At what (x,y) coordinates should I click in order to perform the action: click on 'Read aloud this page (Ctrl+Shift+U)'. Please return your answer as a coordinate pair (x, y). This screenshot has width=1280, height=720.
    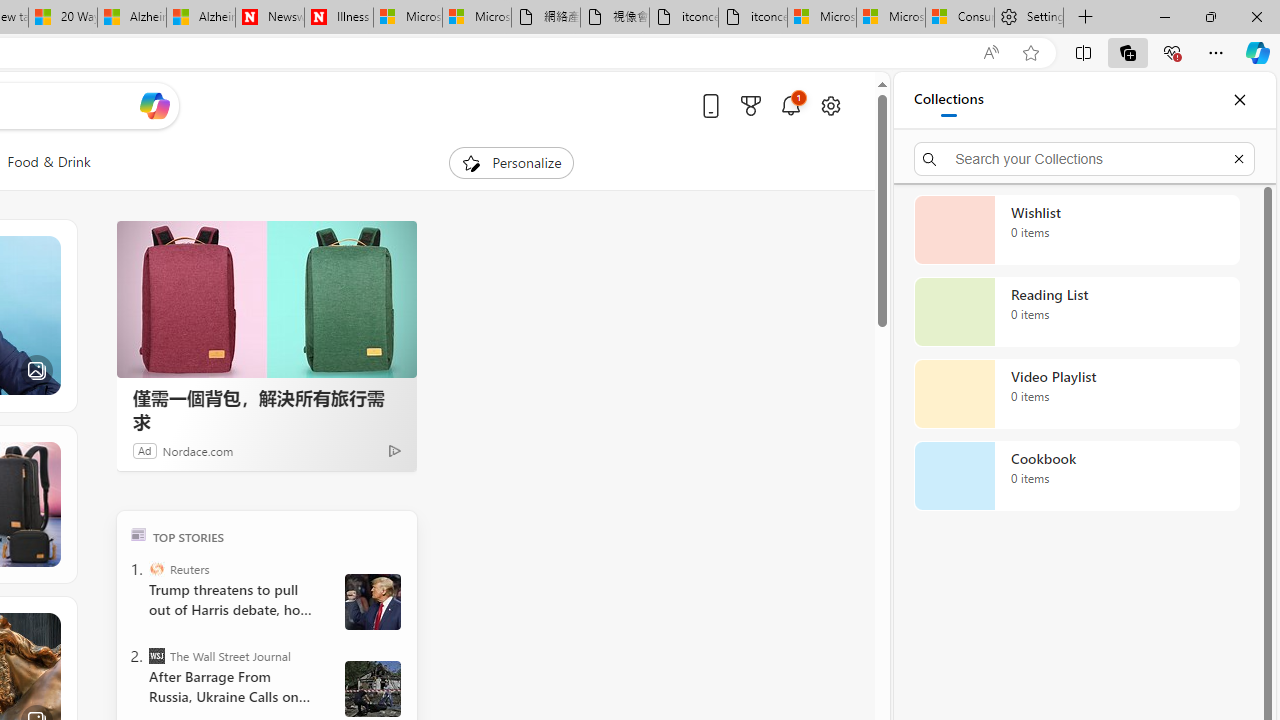
    Looking at the image, I should click on (991, 52).